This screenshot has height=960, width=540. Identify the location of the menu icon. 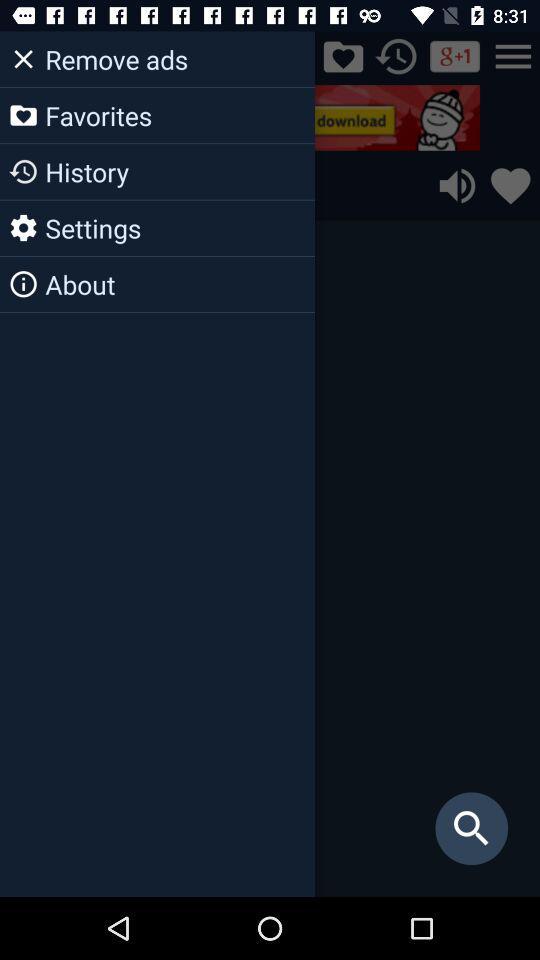
(513, 55).